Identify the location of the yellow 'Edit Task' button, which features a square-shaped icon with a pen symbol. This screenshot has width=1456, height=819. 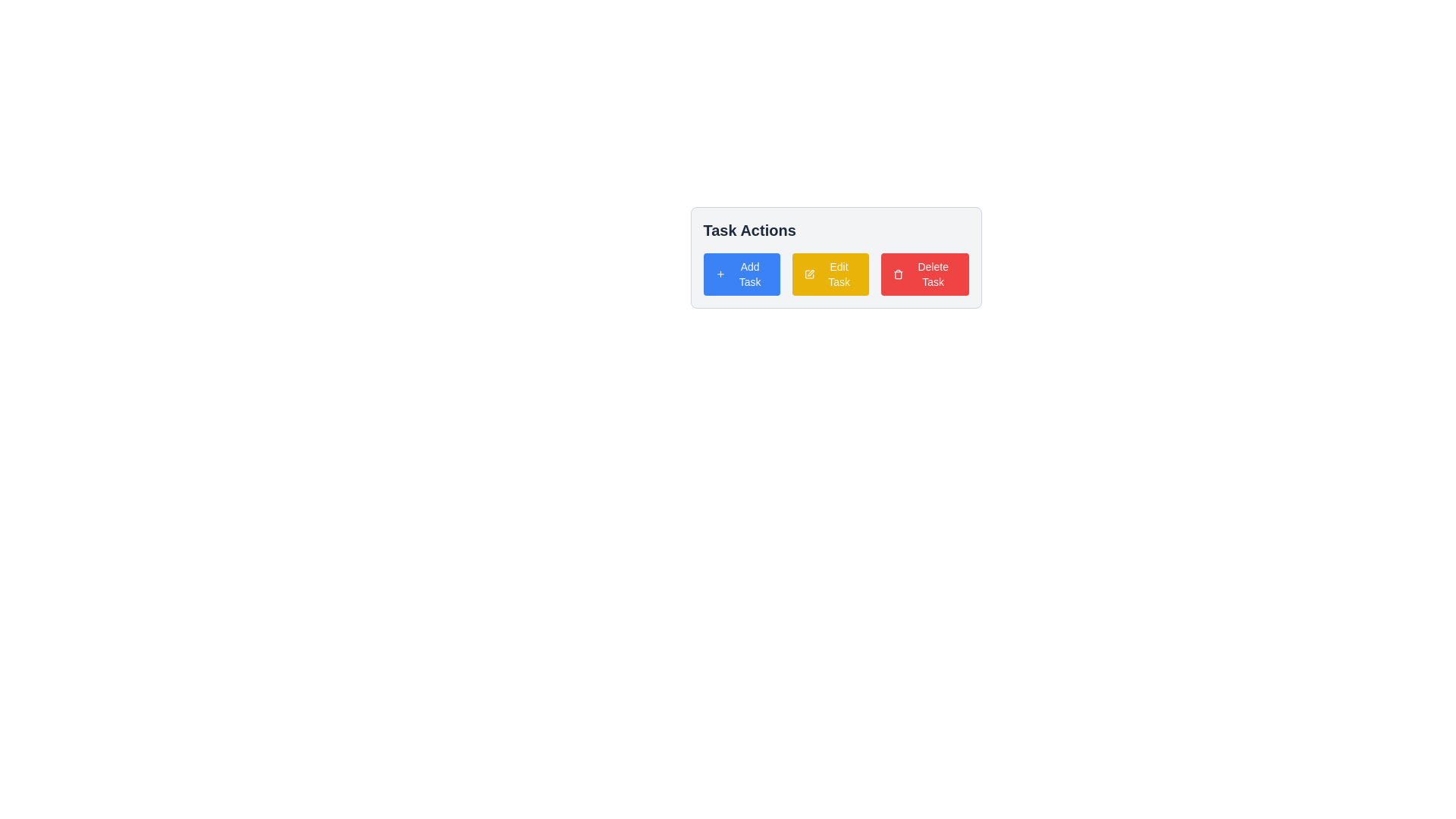
(809, 275).